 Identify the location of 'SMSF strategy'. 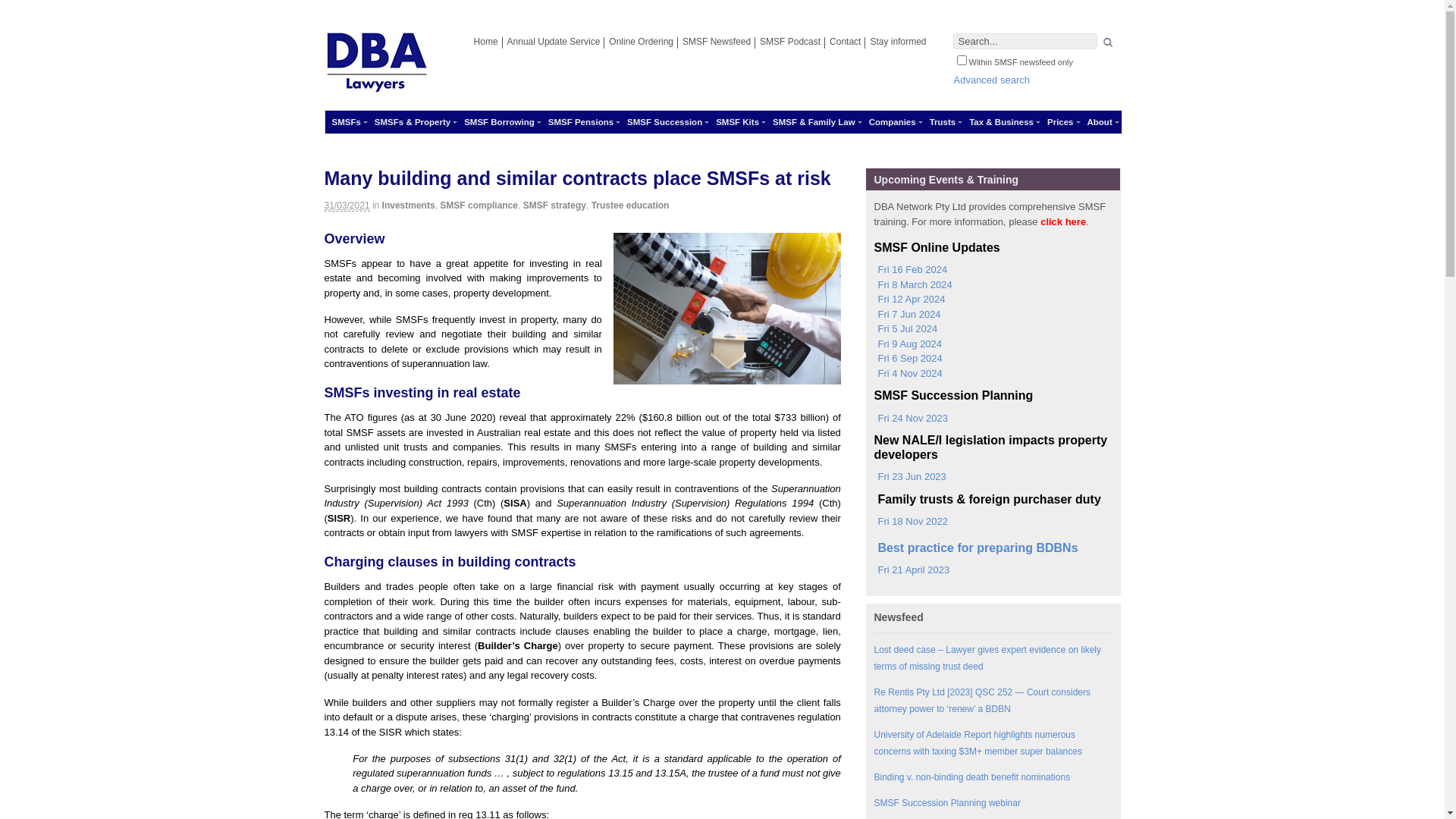
(554, 205).